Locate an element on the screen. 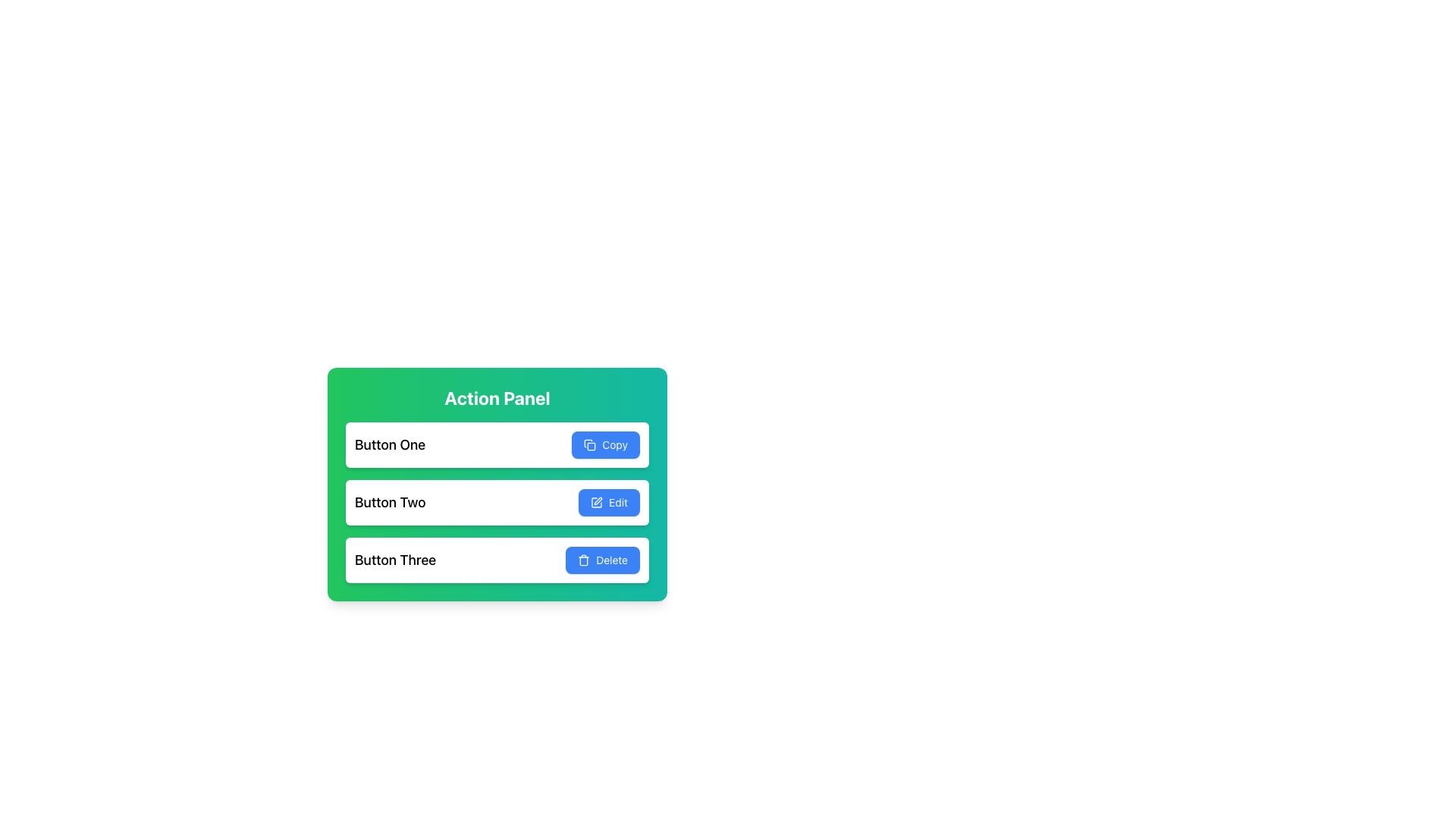 The height and width of the screenshot is (819, 1456). text from the title Text Label at the top of the gradient-colored panel is located at coordinates (497, 397).